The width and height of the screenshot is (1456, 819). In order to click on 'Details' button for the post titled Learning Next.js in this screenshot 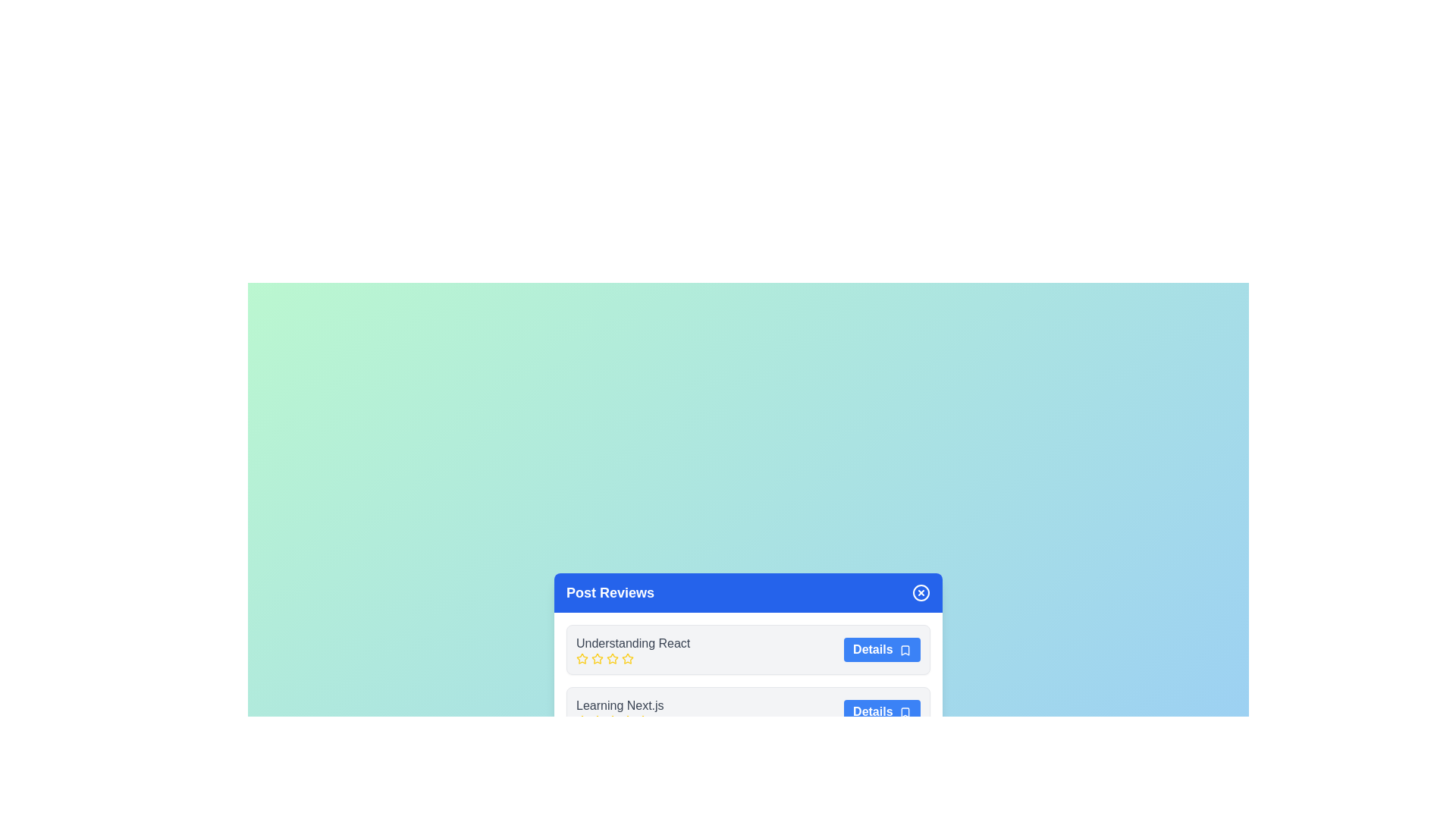, I will do `click(882, 711)`.